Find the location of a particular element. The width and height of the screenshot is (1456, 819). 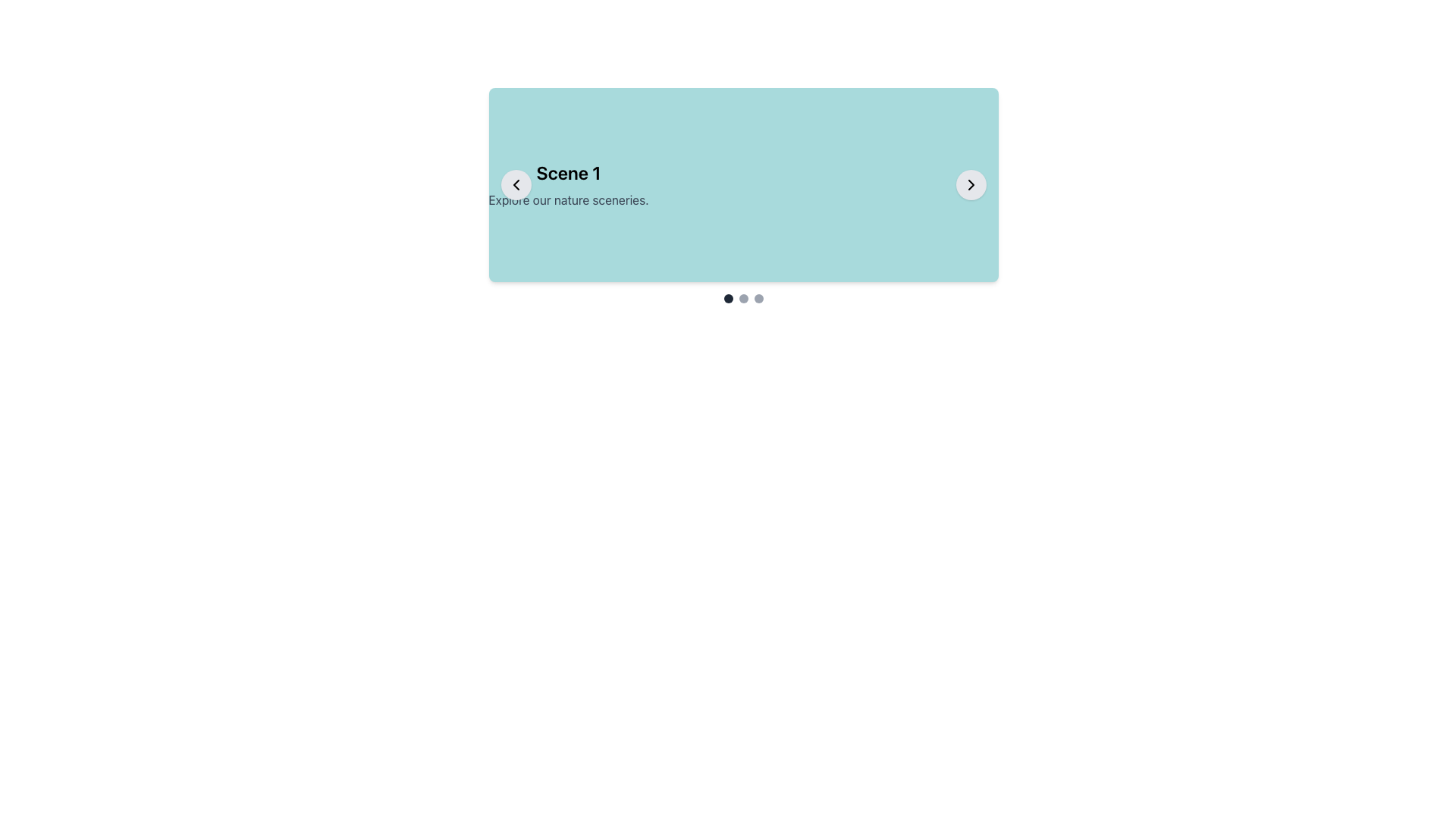

the highlighted middle circular indicator of the Navigation Indicator located at the bottom center of the section containing the banner with text 'Scene 1' and 'Explore our nature sceneries' is located at coordinates (743, 298).